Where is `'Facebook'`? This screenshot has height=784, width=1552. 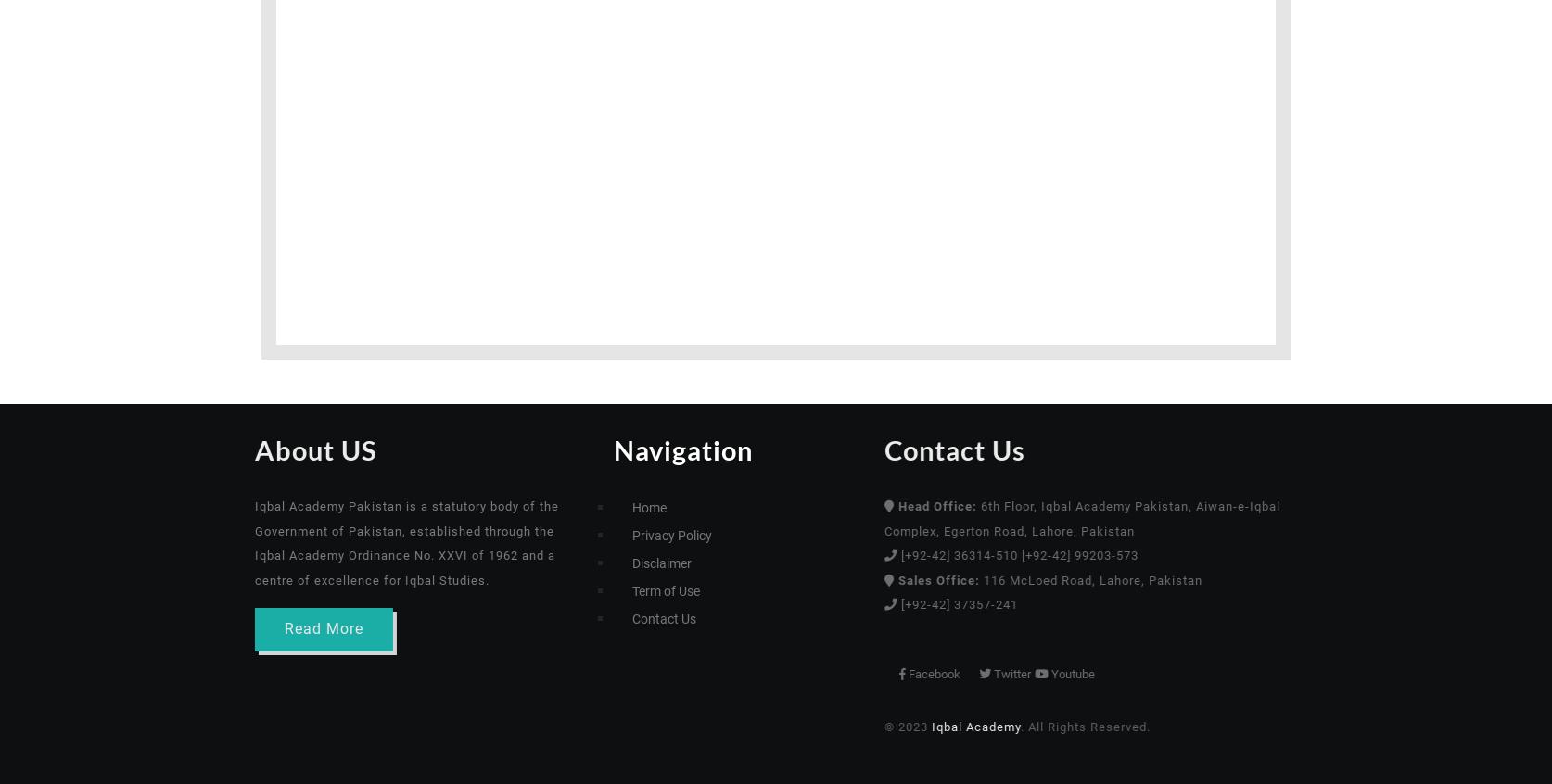
'Facebook' is located at coordinates (1015, 672).